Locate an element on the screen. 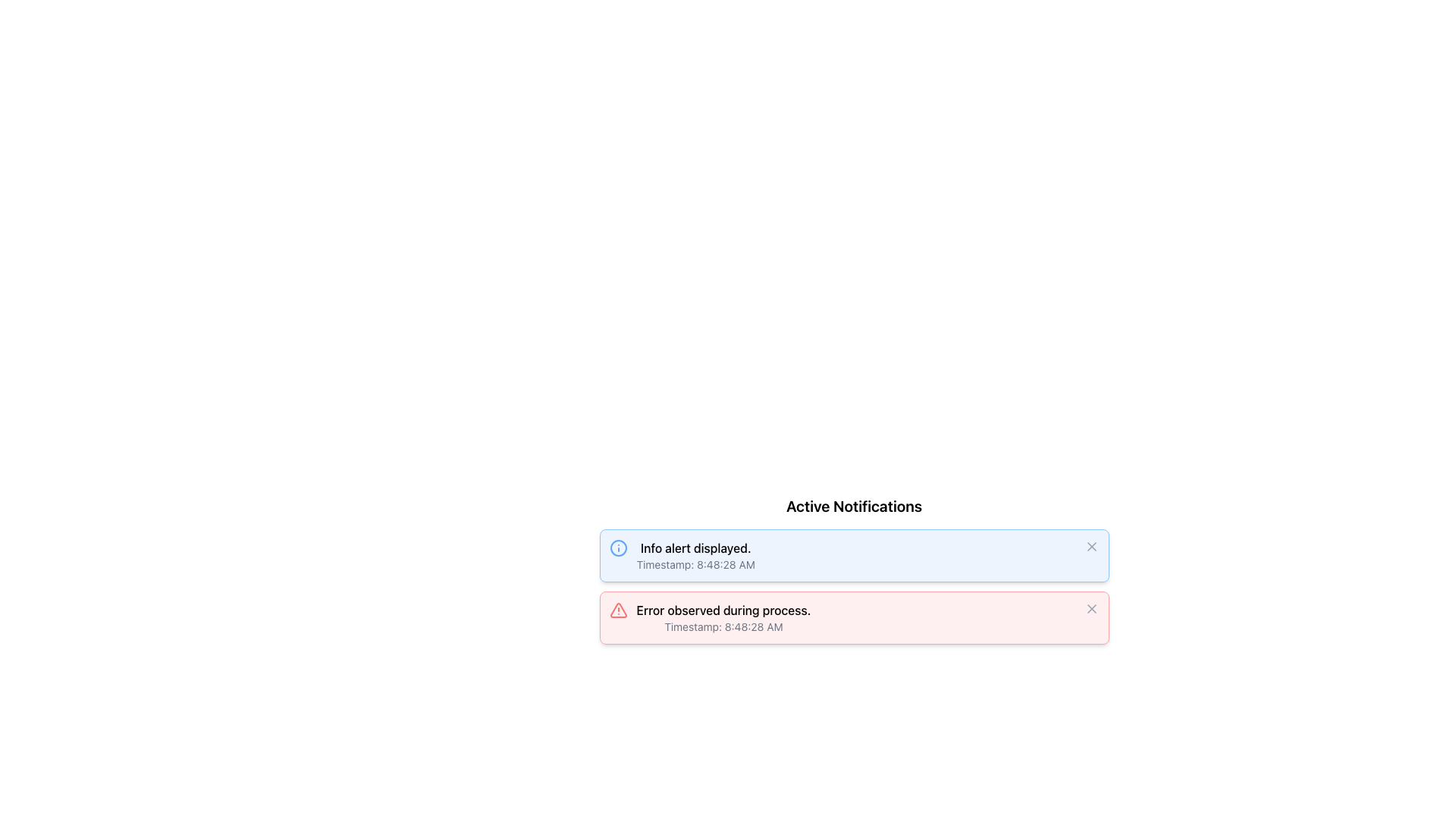 This screenshot has height=819, width=1456. the Notification panel titled 'Active Notifications' that contains multiple alert messages with distinct areas for notifications is located at coordinates (854, 570).